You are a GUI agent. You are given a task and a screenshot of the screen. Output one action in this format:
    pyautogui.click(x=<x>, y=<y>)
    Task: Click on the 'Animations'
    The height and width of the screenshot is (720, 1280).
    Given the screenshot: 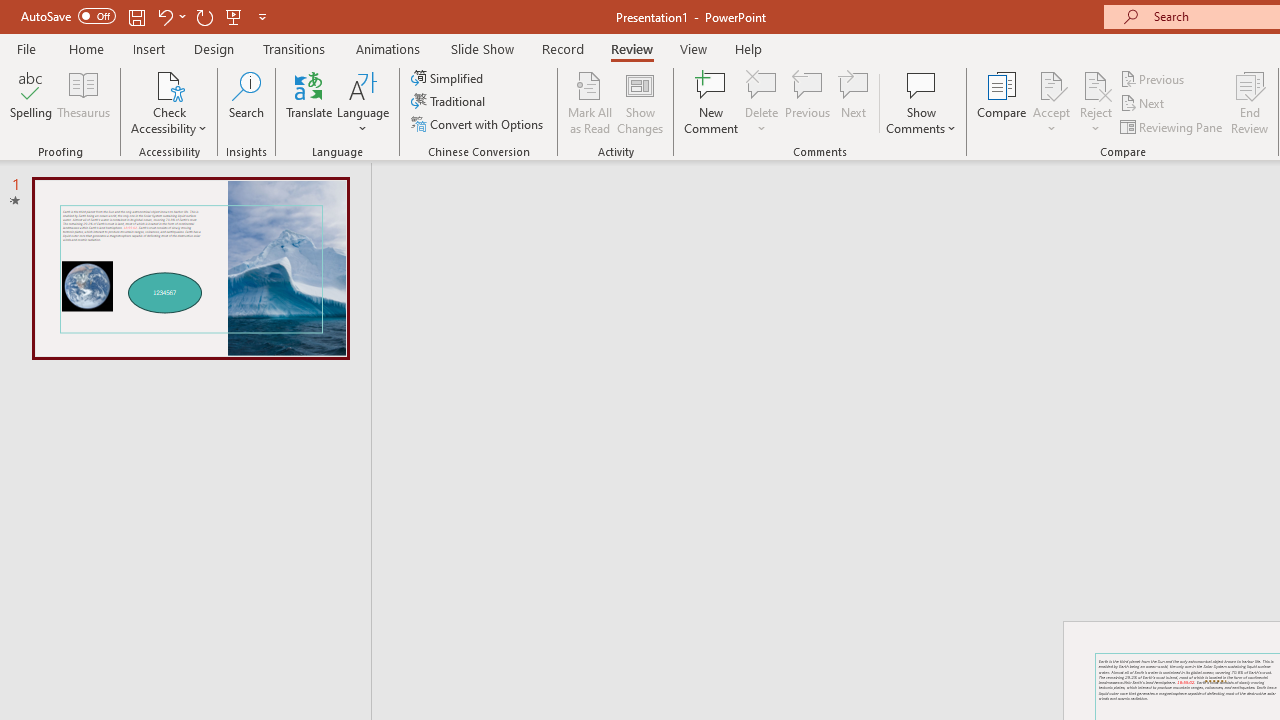 What is the action you would take?
    pyautogui.click(x=388, y=48)
    